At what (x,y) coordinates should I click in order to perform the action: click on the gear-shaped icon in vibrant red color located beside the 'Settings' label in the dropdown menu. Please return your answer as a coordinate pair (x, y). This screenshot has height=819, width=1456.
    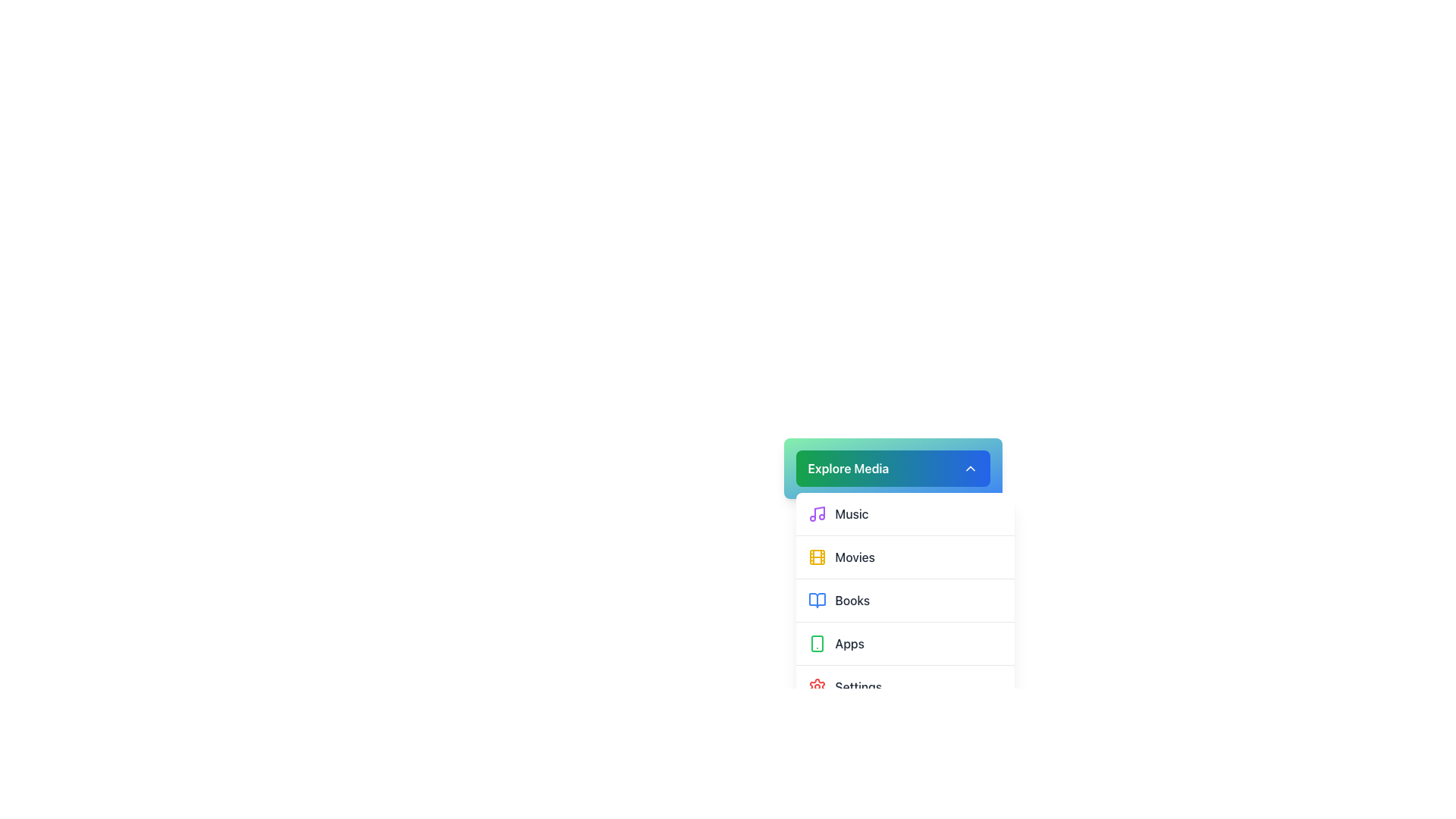
    Looking at the image, I should click on (816, 687).